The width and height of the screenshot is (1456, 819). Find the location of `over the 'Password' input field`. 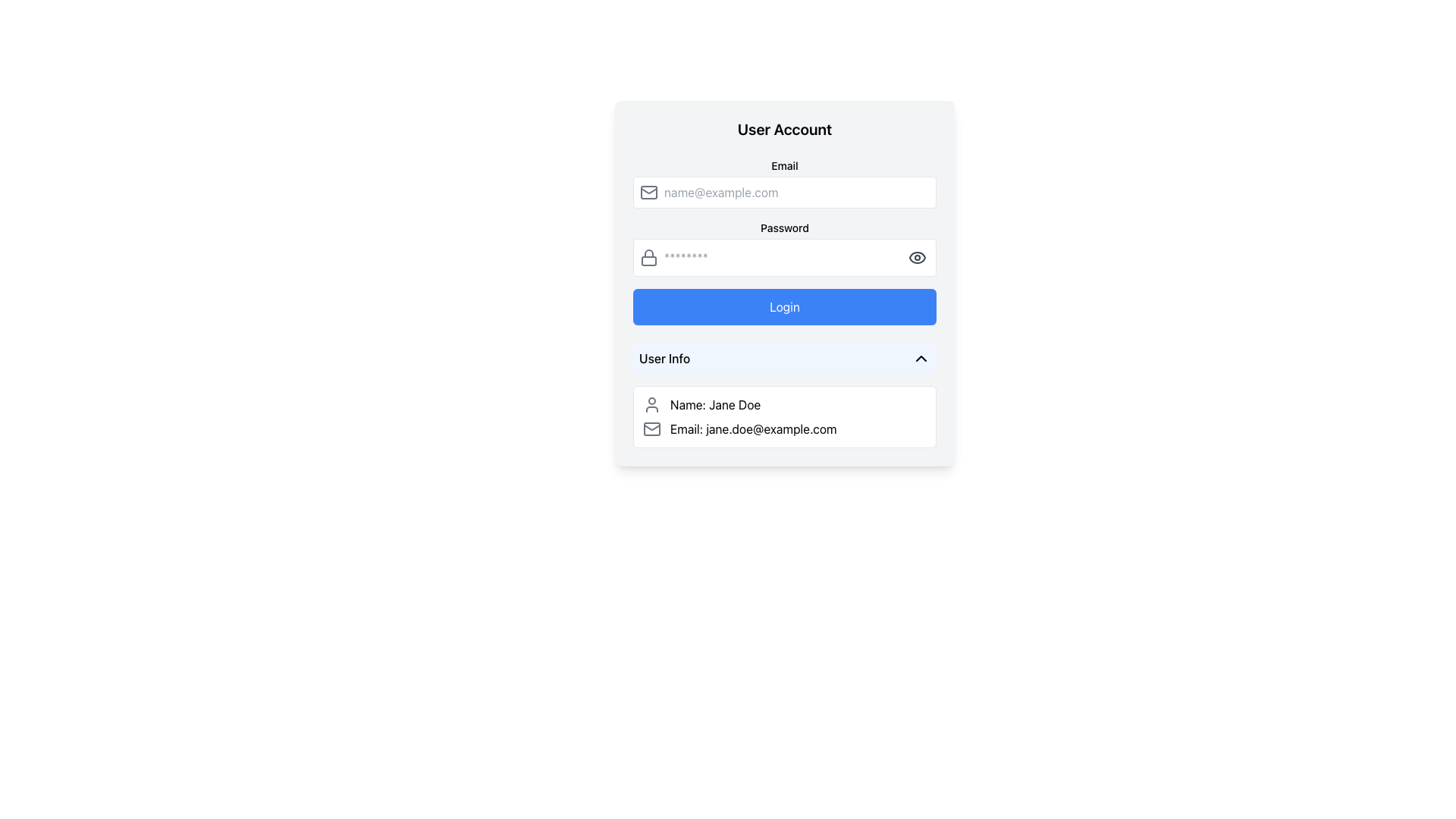

over the 'Password' input field is located at coordinates (785, 247).